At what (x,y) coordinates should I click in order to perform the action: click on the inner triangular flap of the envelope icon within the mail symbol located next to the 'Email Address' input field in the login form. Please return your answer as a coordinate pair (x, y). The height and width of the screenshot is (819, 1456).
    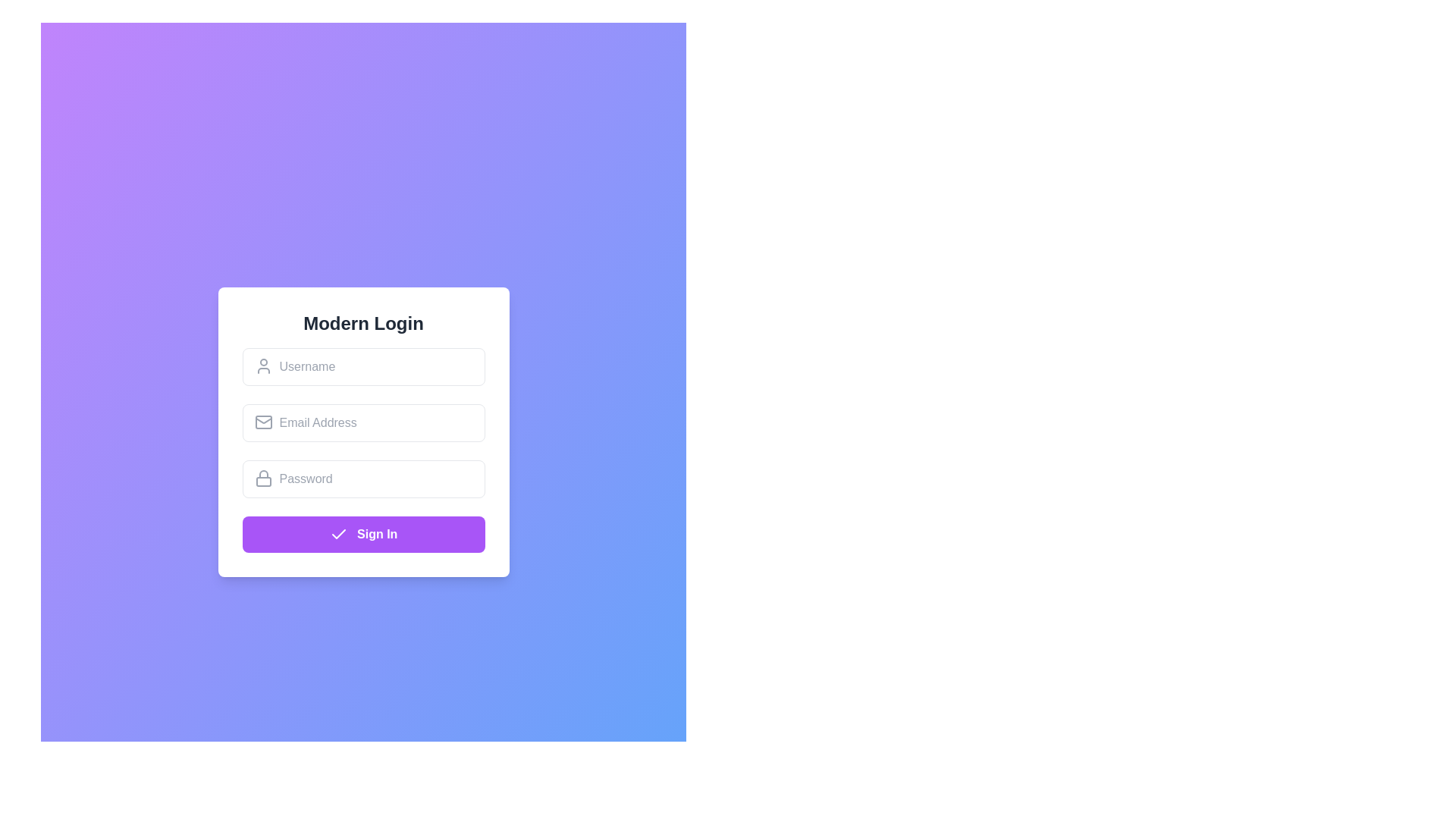
    Looking at the image, I should click on (263, 420).